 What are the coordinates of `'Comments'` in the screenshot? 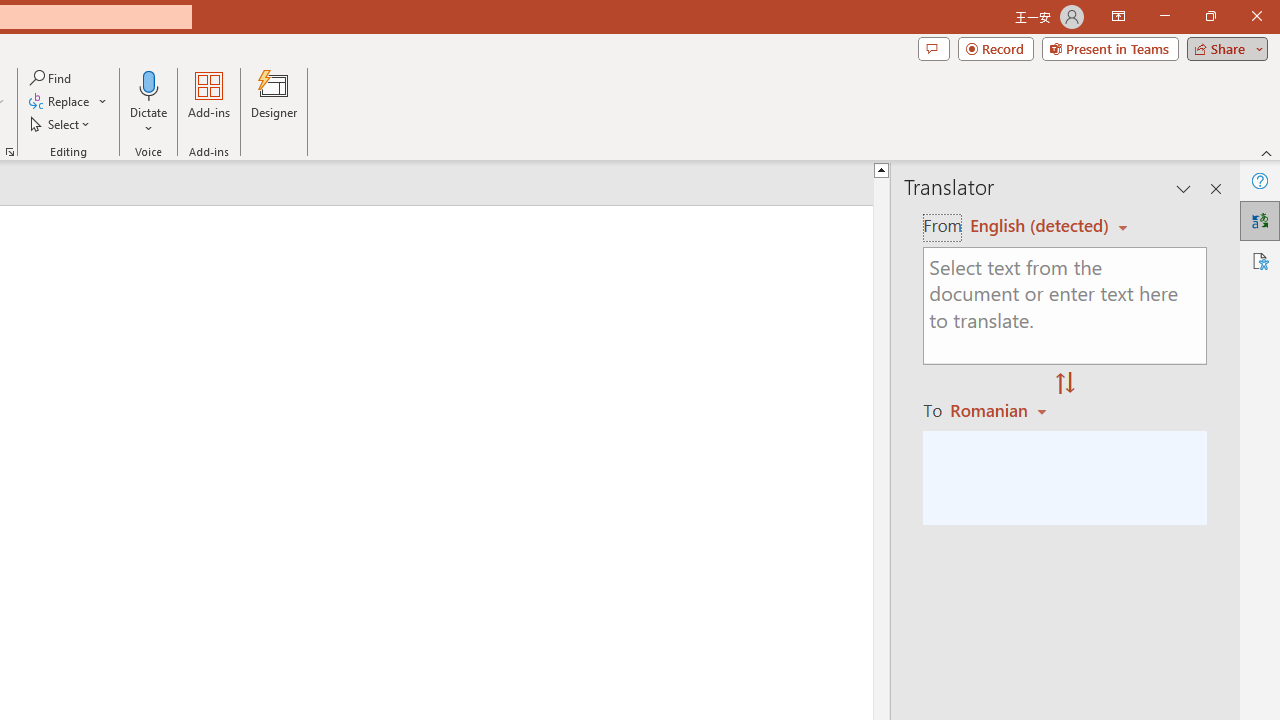 It's located at (932, 47).